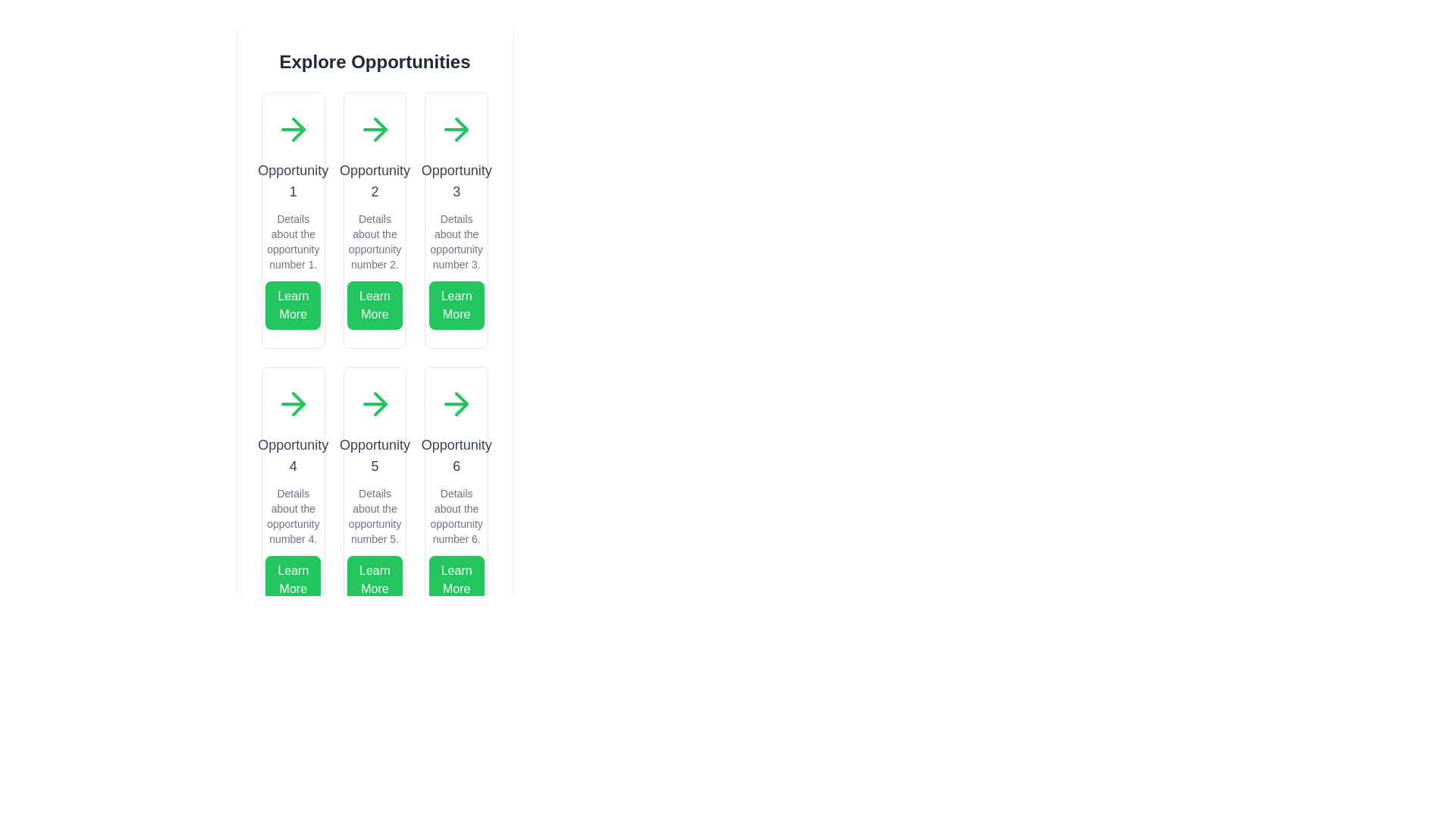 The width and height of the screenshot is (1456, 819). What do you see at coordinates (375, 403) in the screenshot?
I see `the decorative icon in the Opportunity 5 card, which is located in the center of the second row, positioned above the 'Details about the opportunity number 5.' text` at bounding box center [375, 403].